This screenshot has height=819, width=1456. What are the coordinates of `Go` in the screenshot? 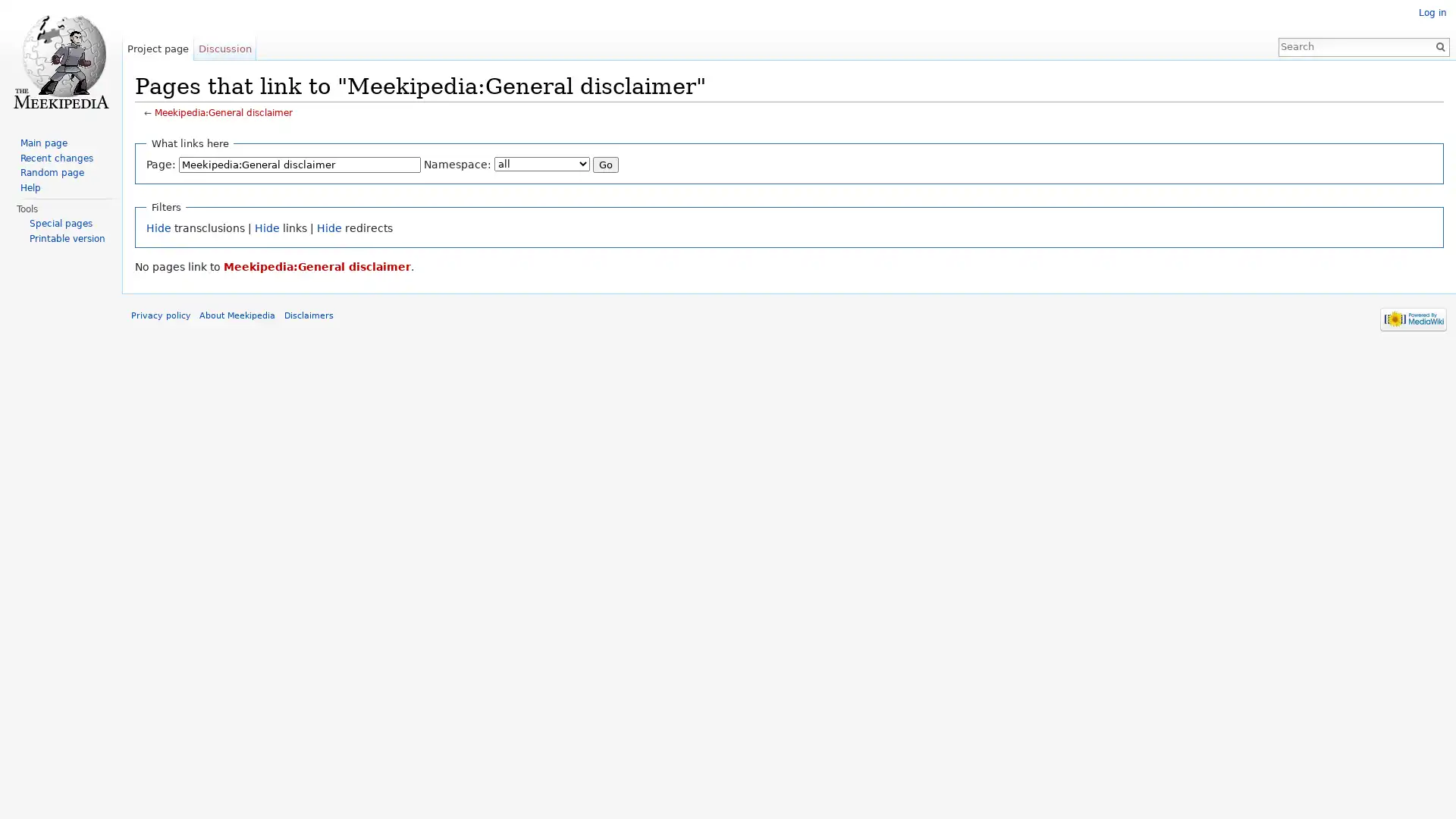 It's located at (623, 167).